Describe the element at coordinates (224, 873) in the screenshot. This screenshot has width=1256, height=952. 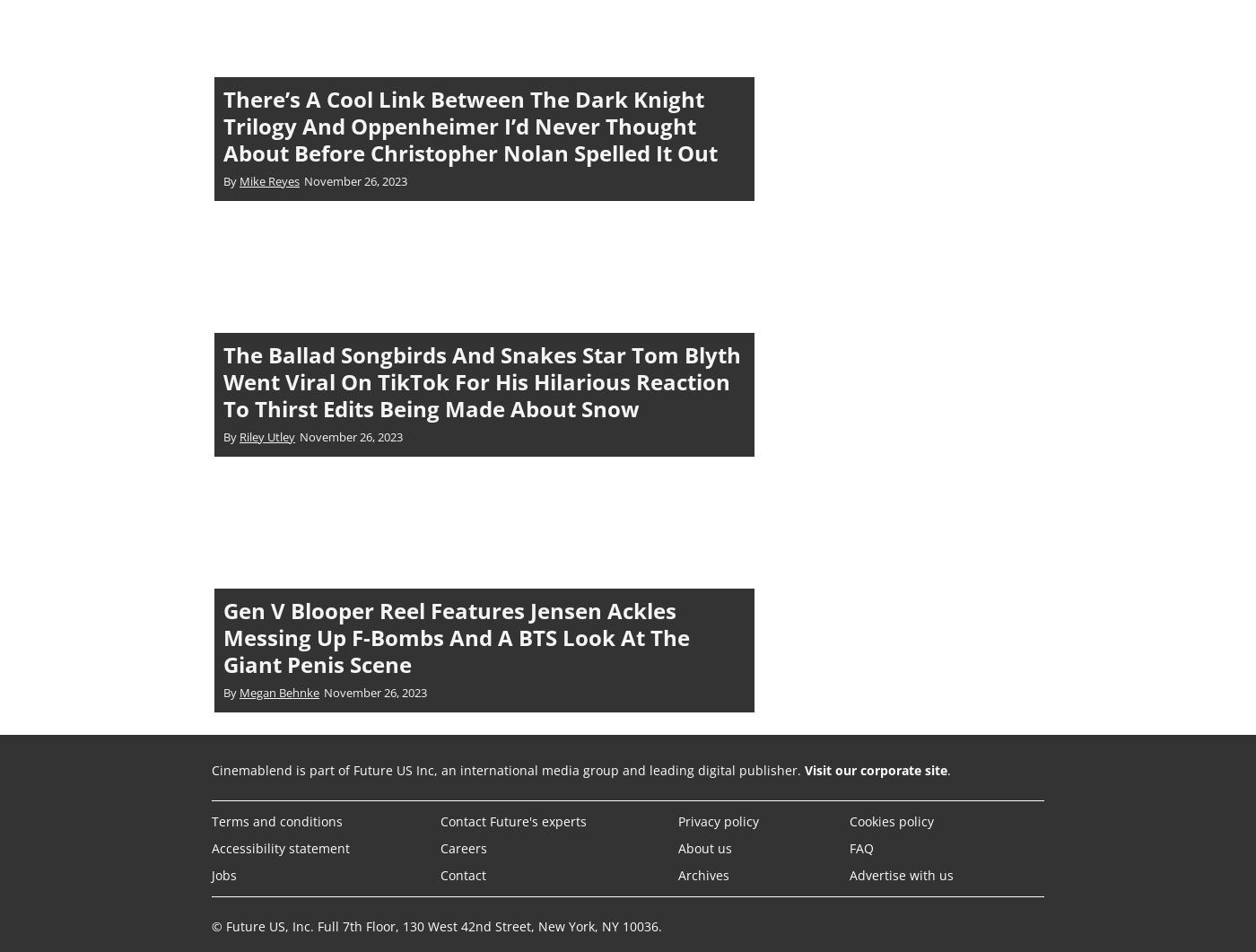
I see `'Jobs'` at that location.